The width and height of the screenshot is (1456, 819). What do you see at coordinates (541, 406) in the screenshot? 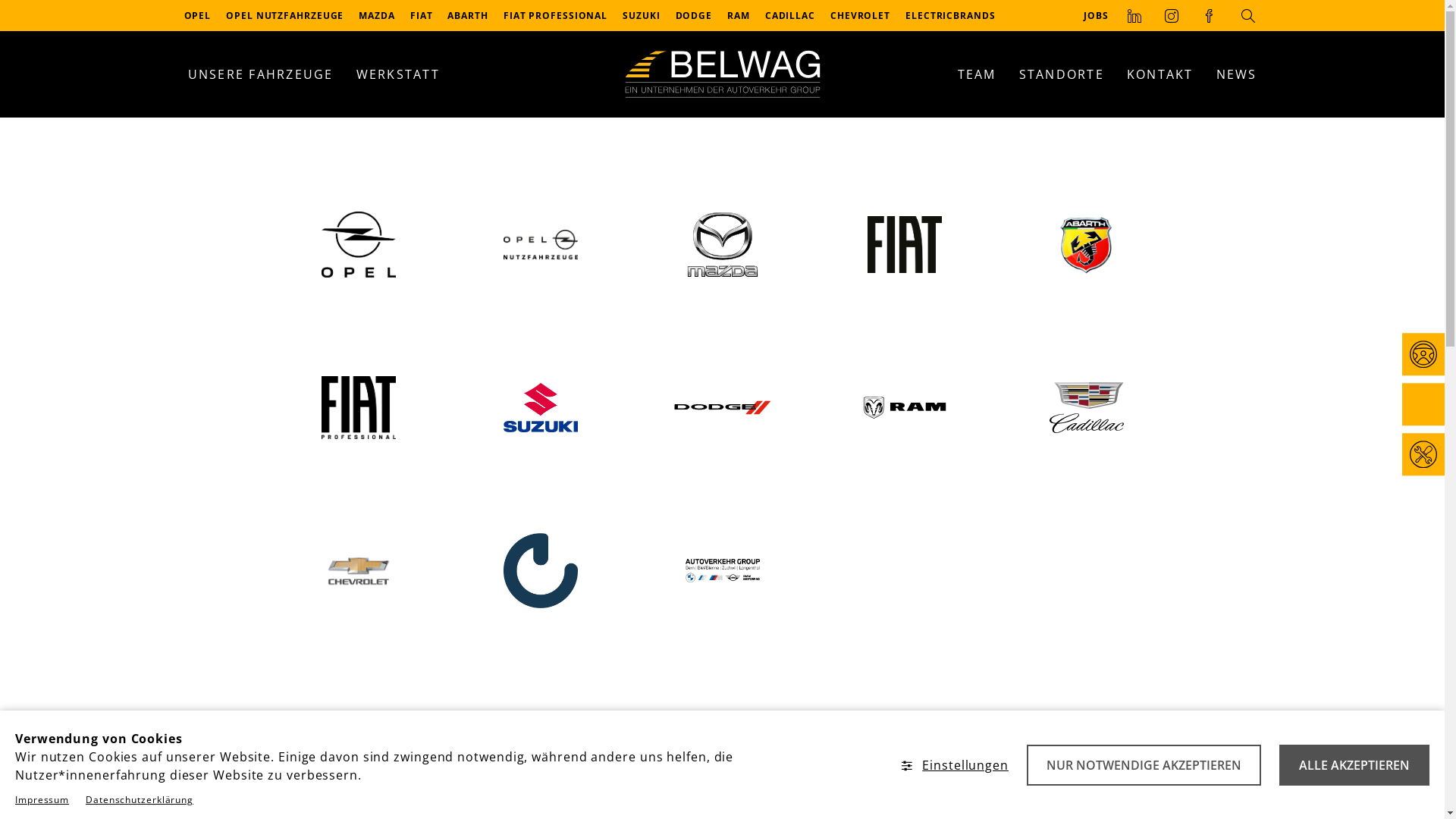
I see `'Suzuki'` at bounding box center [541, 406].